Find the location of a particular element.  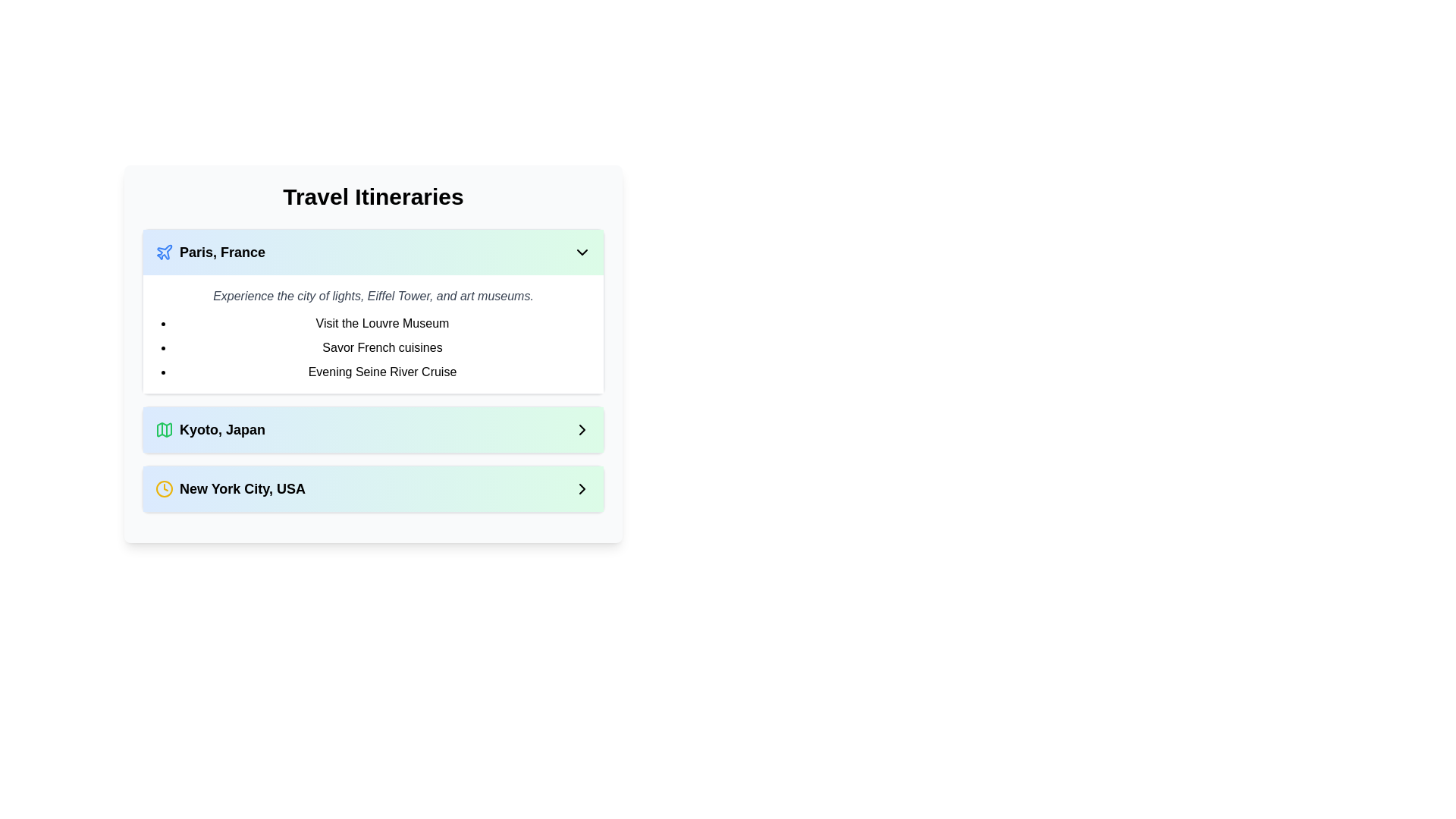

the right-facing chevron icon located at the end of the 'Kyoto, Japan' entry in the 'Travel Itineraries' interface to proceed with the selection is located at coordinates (582, 430).